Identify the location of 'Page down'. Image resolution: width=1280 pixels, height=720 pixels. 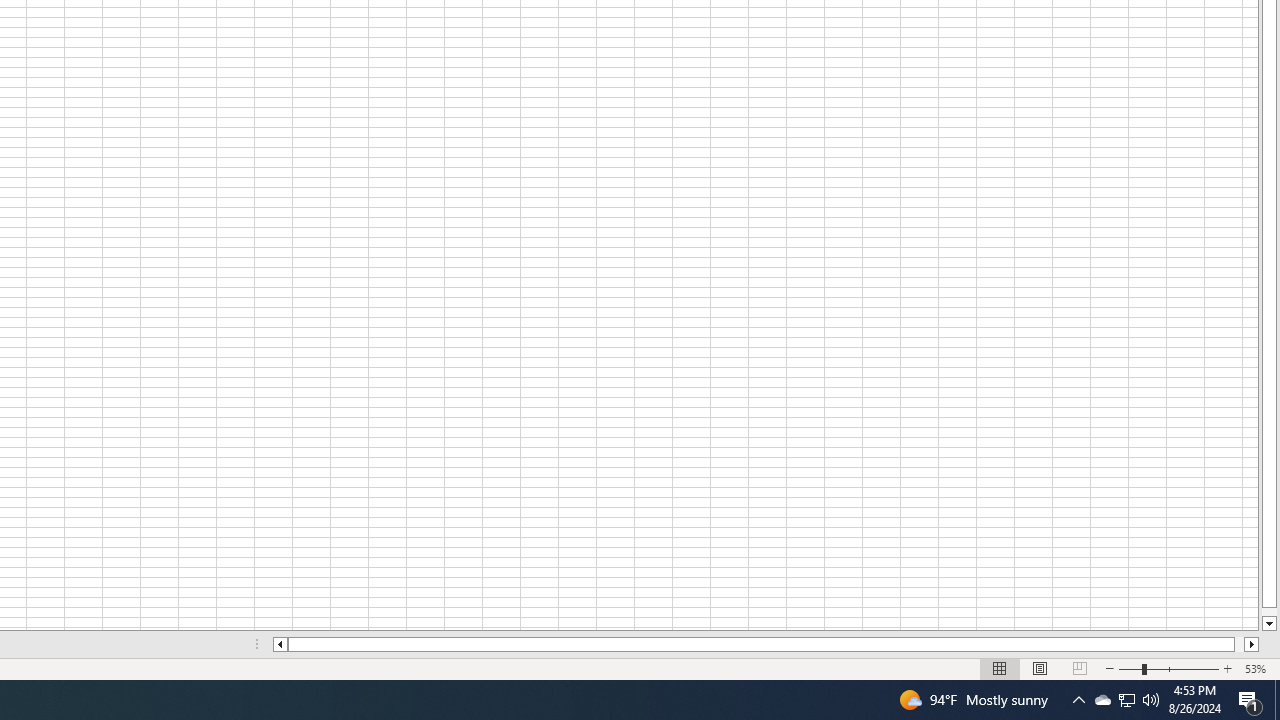
(1268, 611).